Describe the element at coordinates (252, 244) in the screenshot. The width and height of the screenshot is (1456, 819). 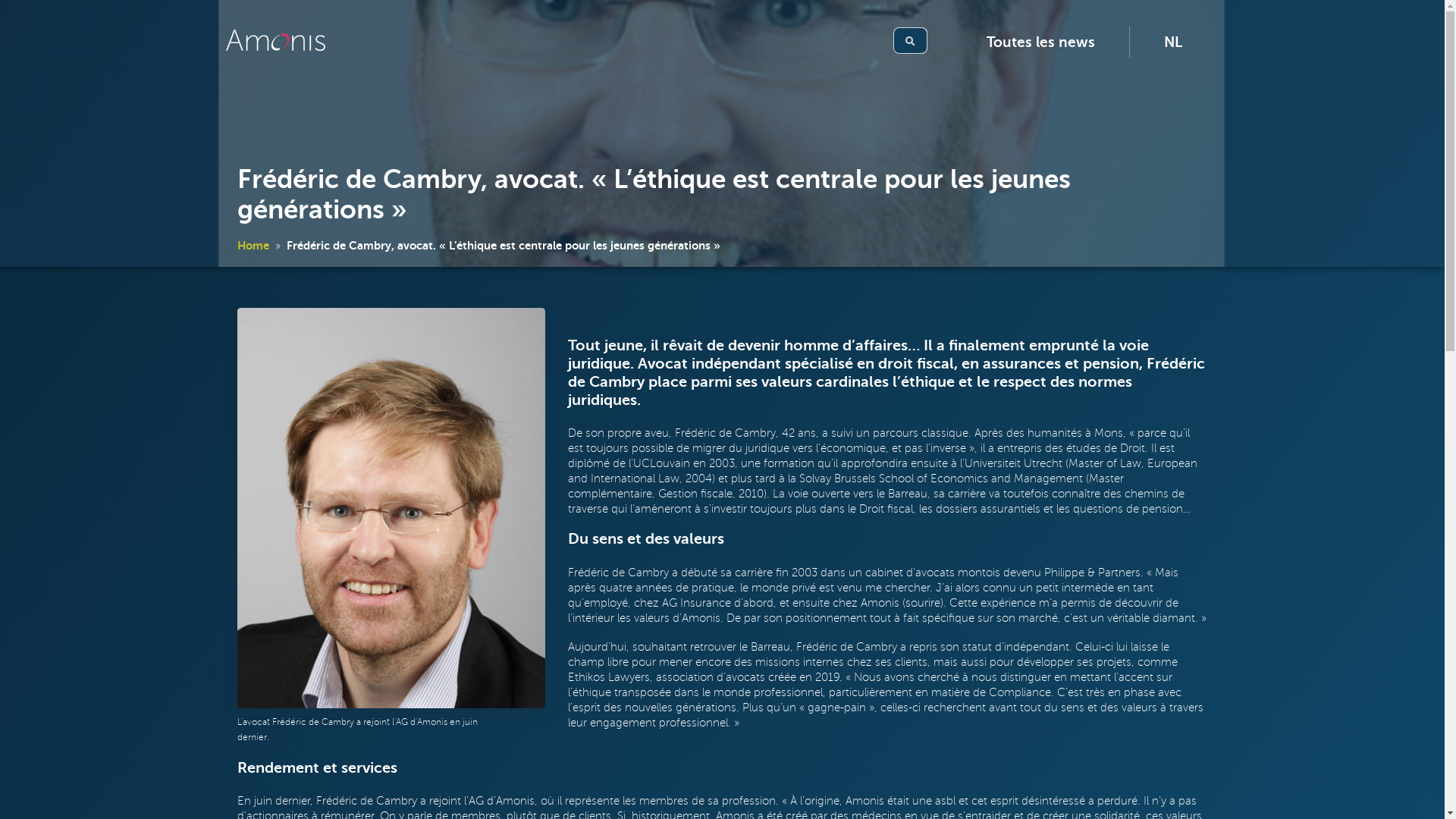
I see `'Home'` at that location.